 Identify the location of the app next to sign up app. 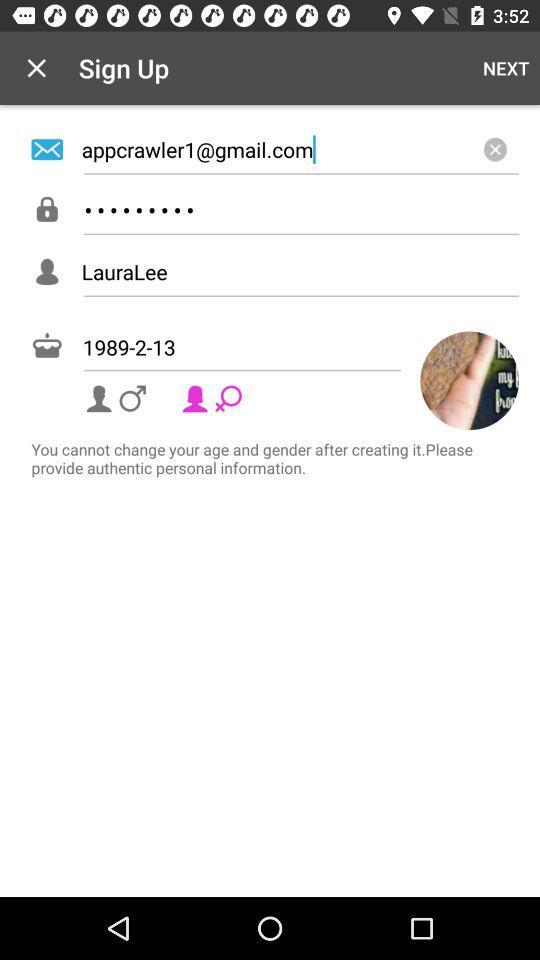
(36, 68).